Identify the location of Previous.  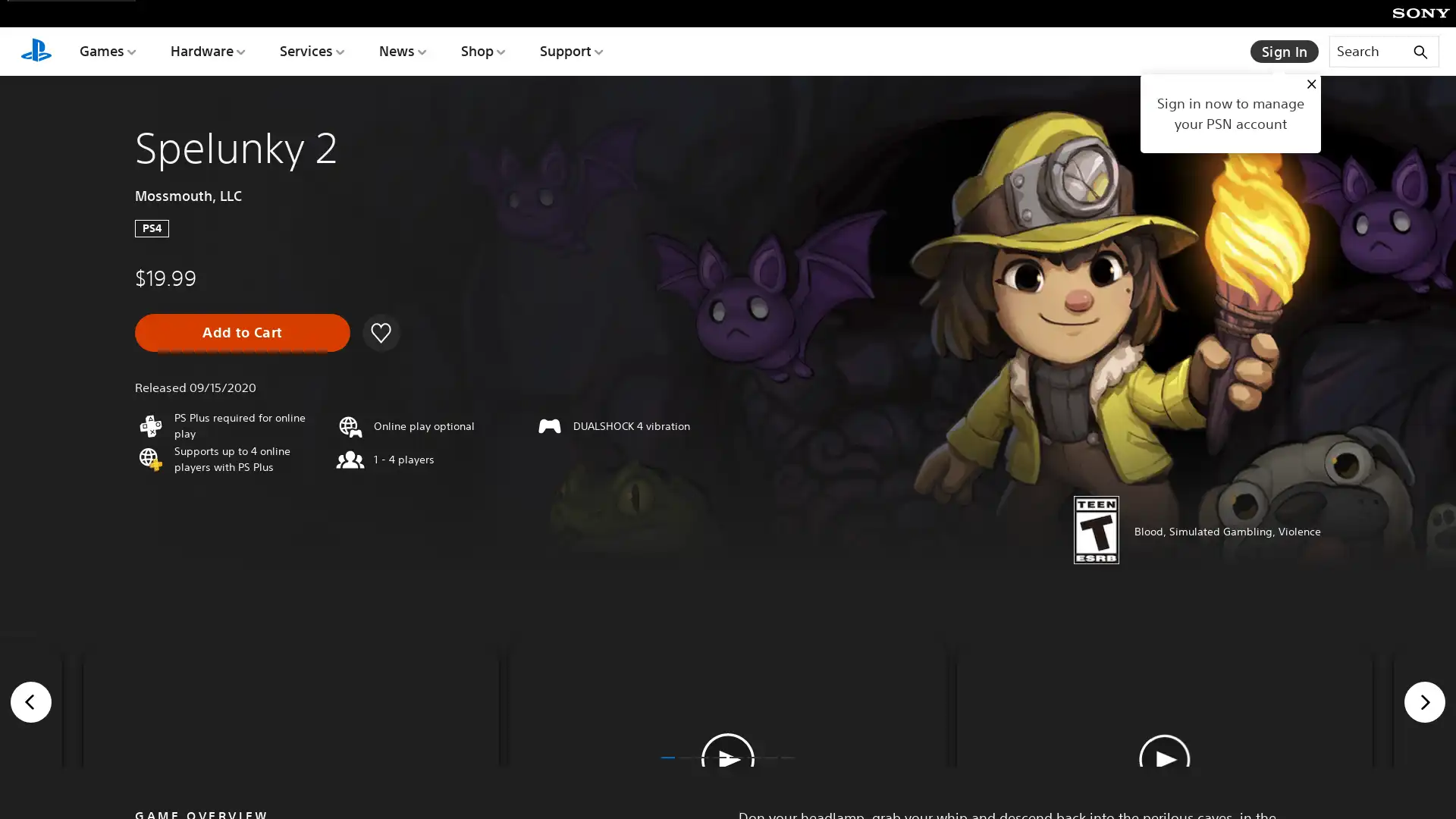
(31, 773).